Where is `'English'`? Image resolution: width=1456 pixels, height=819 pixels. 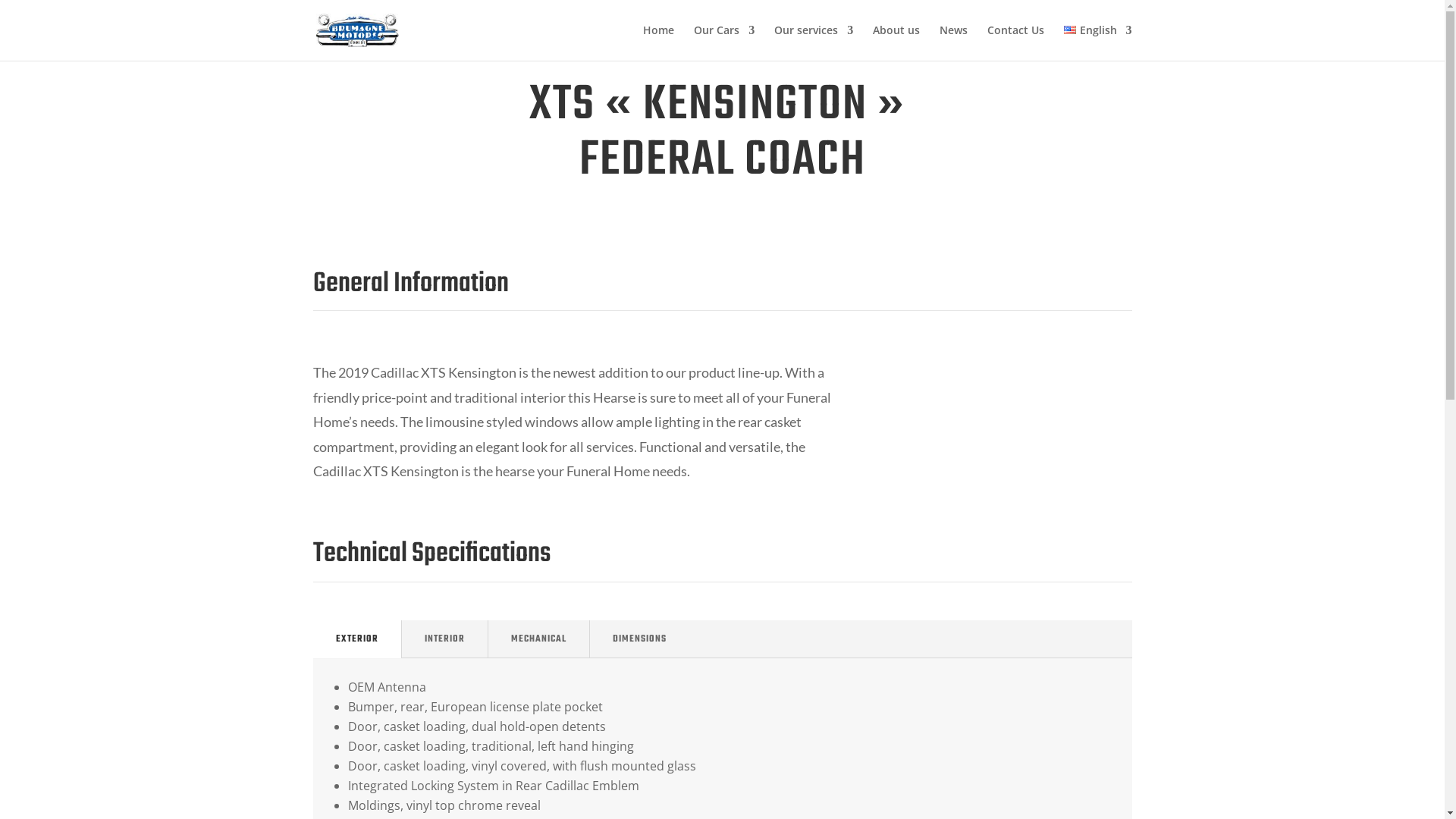 'English' is located at coordinates (1097, 42).